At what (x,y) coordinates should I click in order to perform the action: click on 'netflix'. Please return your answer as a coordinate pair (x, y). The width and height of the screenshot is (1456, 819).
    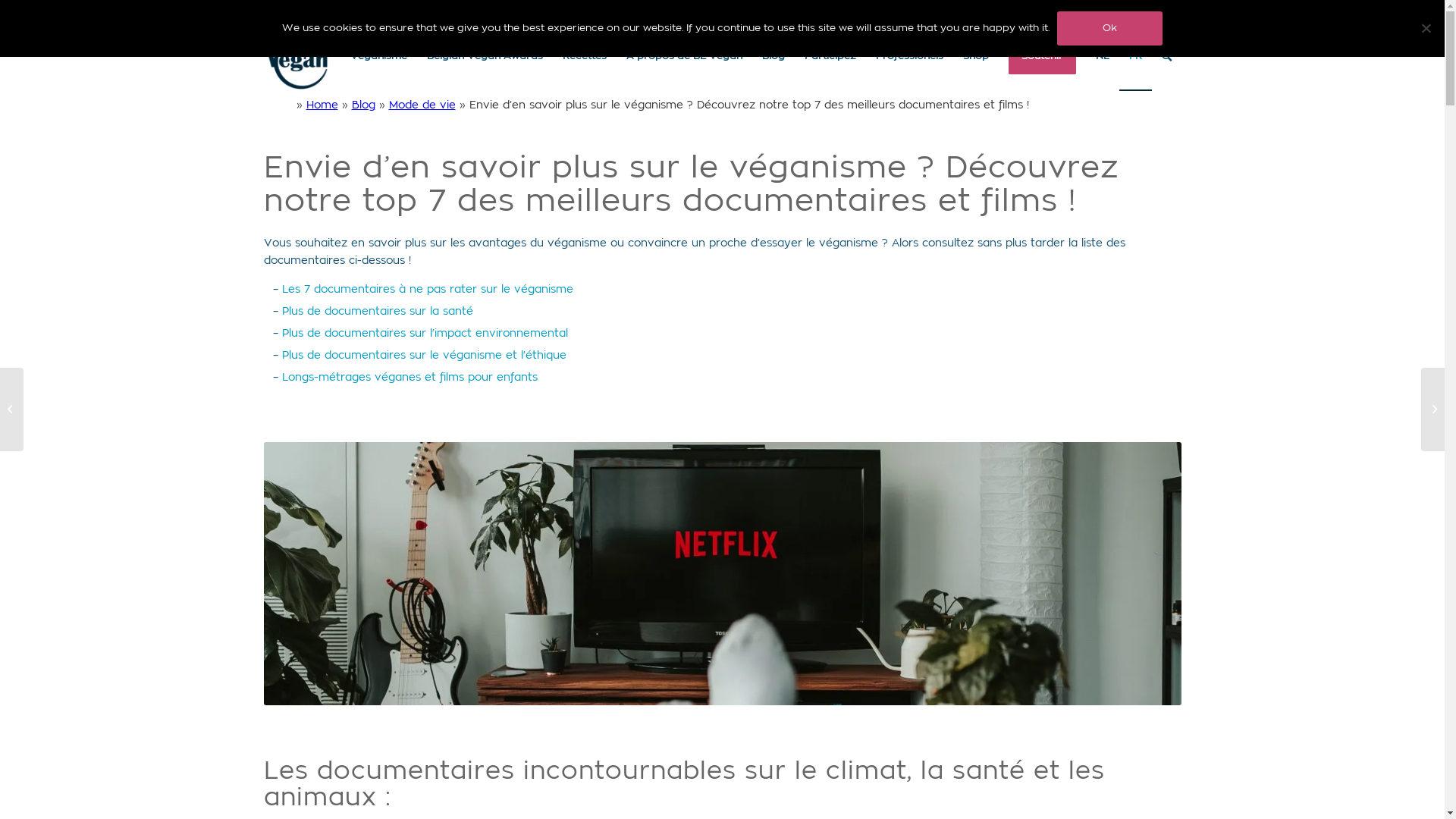
    Looking at the image, I should click on (722, 573).